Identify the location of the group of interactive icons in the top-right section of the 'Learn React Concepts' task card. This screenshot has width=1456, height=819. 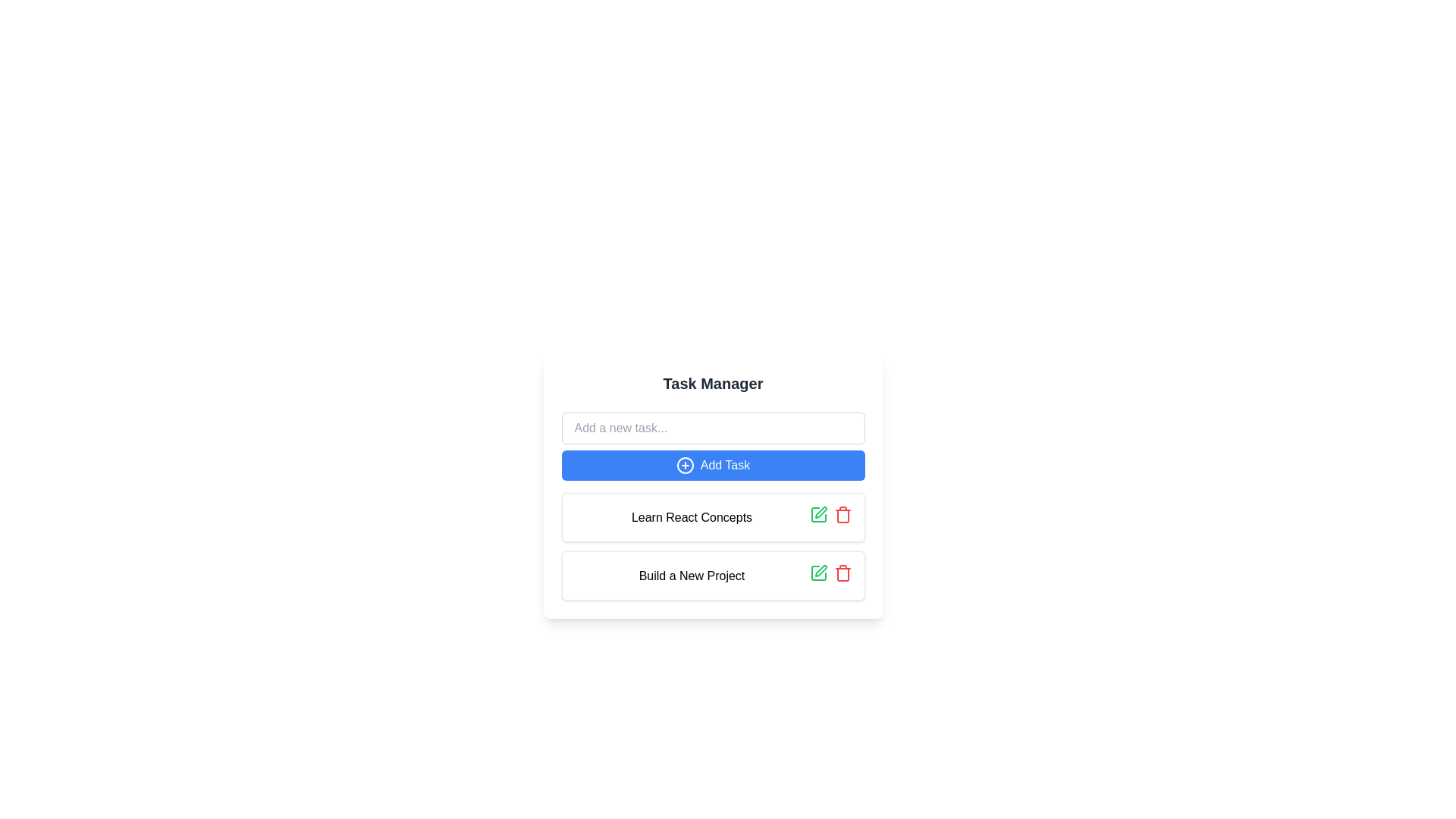
(830, 516).